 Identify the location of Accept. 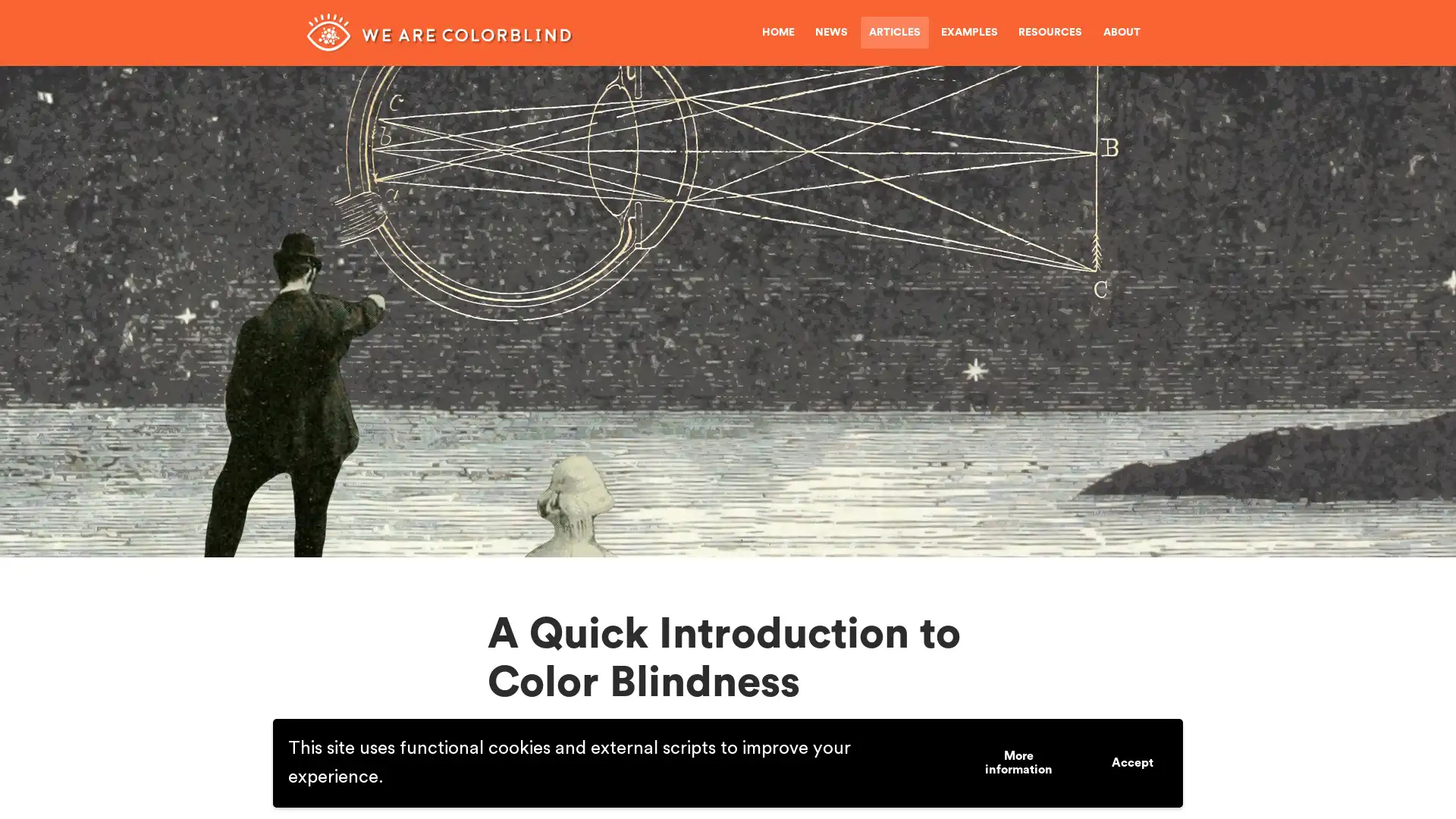
(1132, 763).